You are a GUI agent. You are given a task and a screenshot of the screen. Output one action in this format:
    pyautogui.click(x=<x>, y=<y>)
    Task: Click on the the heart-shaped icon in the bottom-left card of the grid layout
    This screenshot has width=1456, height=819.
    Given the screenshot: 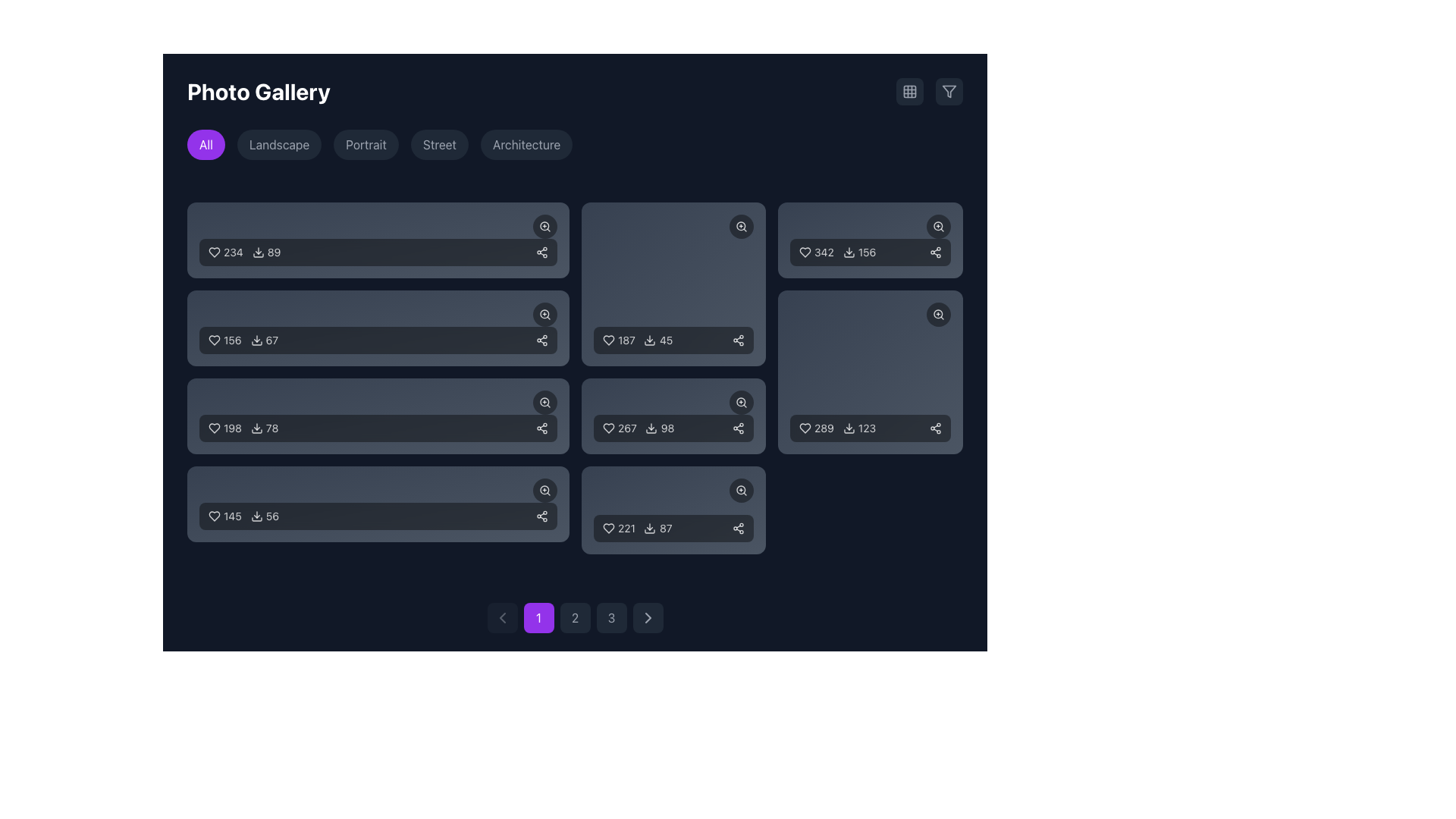 What is the action you would take?
    pyautogui.click(x=214, y=516)
    